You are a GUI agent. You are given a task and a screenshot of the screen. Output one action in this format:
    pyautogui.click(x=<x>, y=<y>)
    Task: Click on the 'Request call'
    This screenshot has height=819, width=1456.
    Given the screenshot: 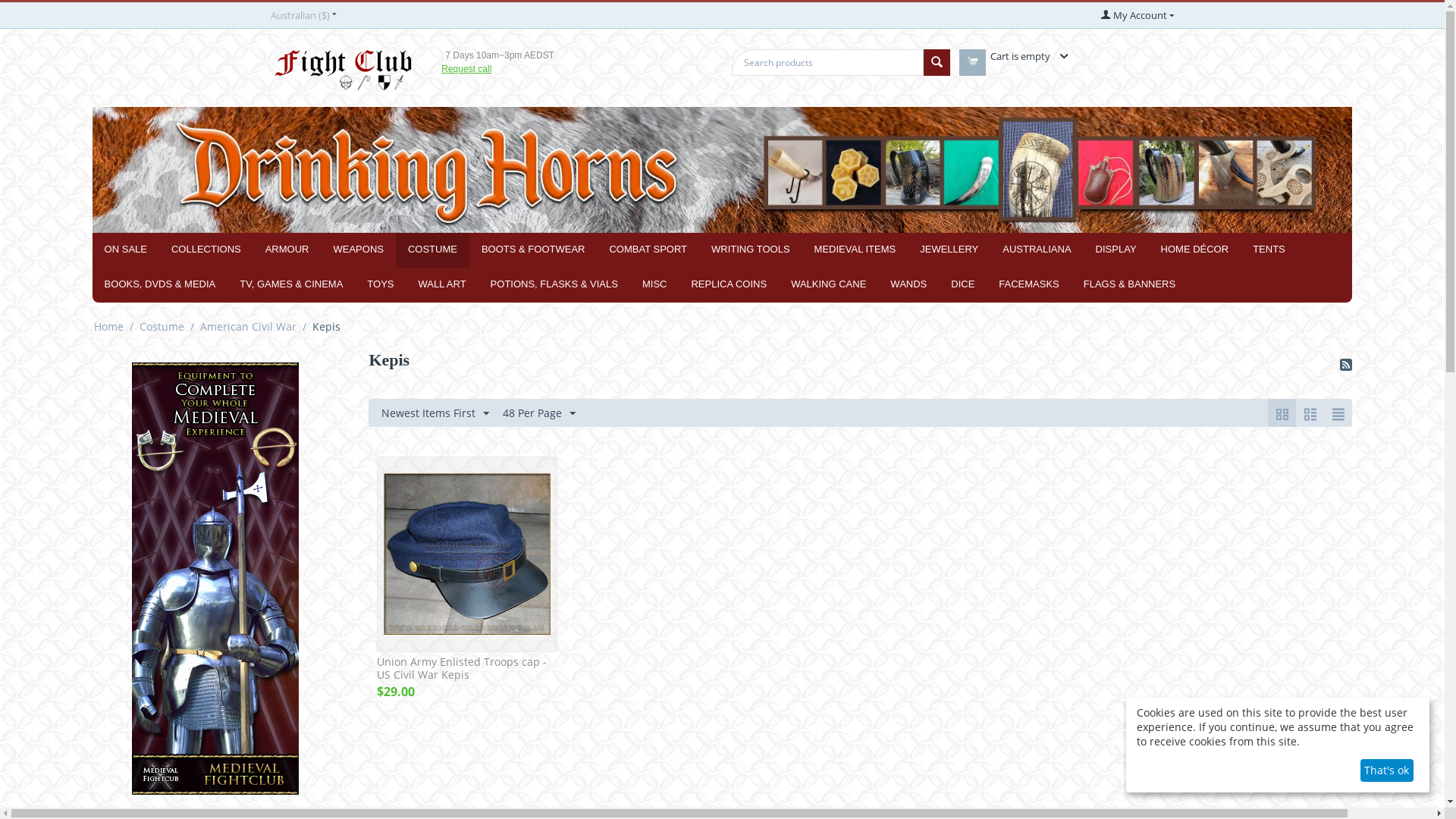 What is the action you would take?
    pyautogui.click(x=465, y=69)
    